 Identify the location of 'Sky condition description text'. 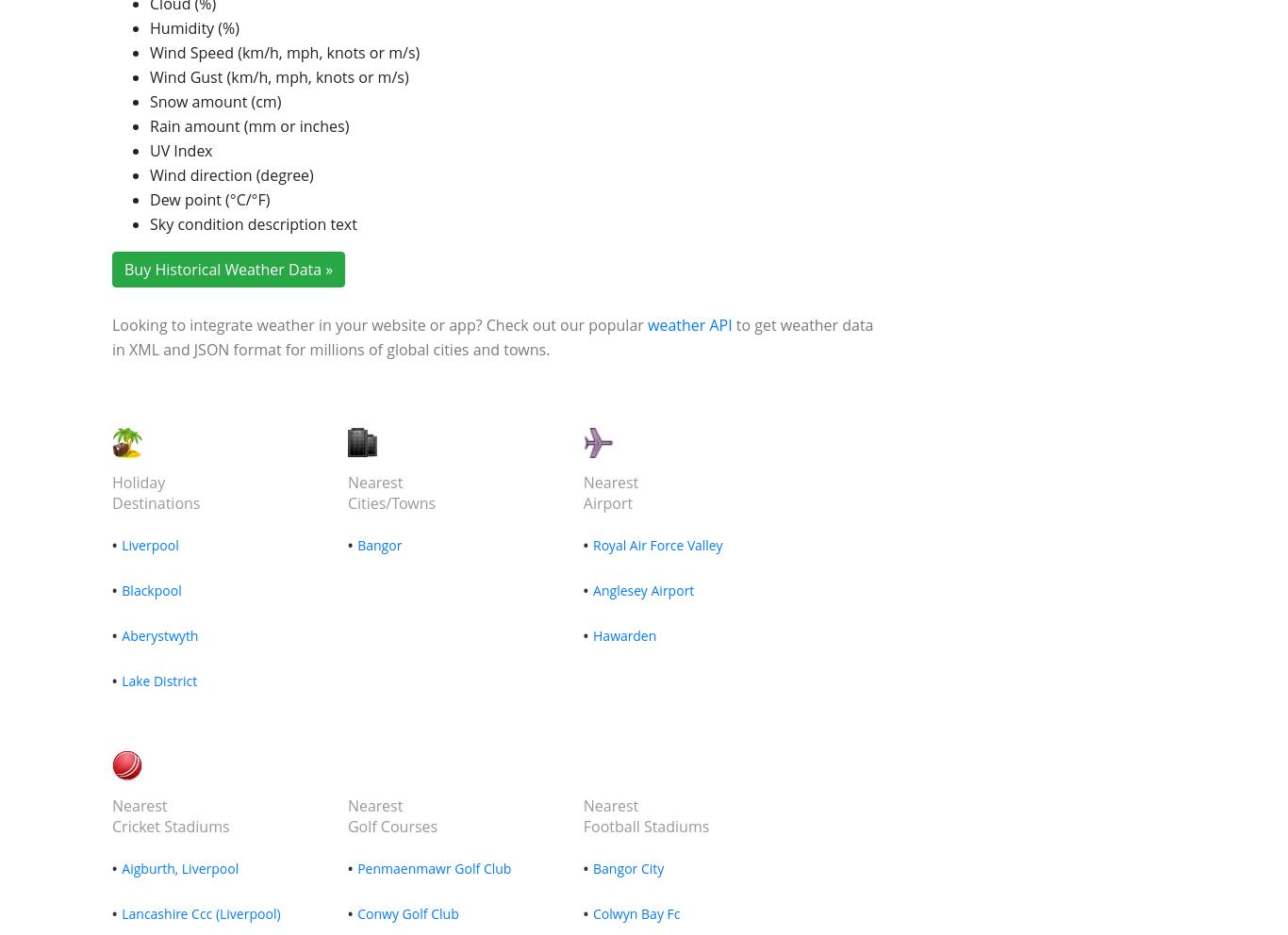
(253, 223).